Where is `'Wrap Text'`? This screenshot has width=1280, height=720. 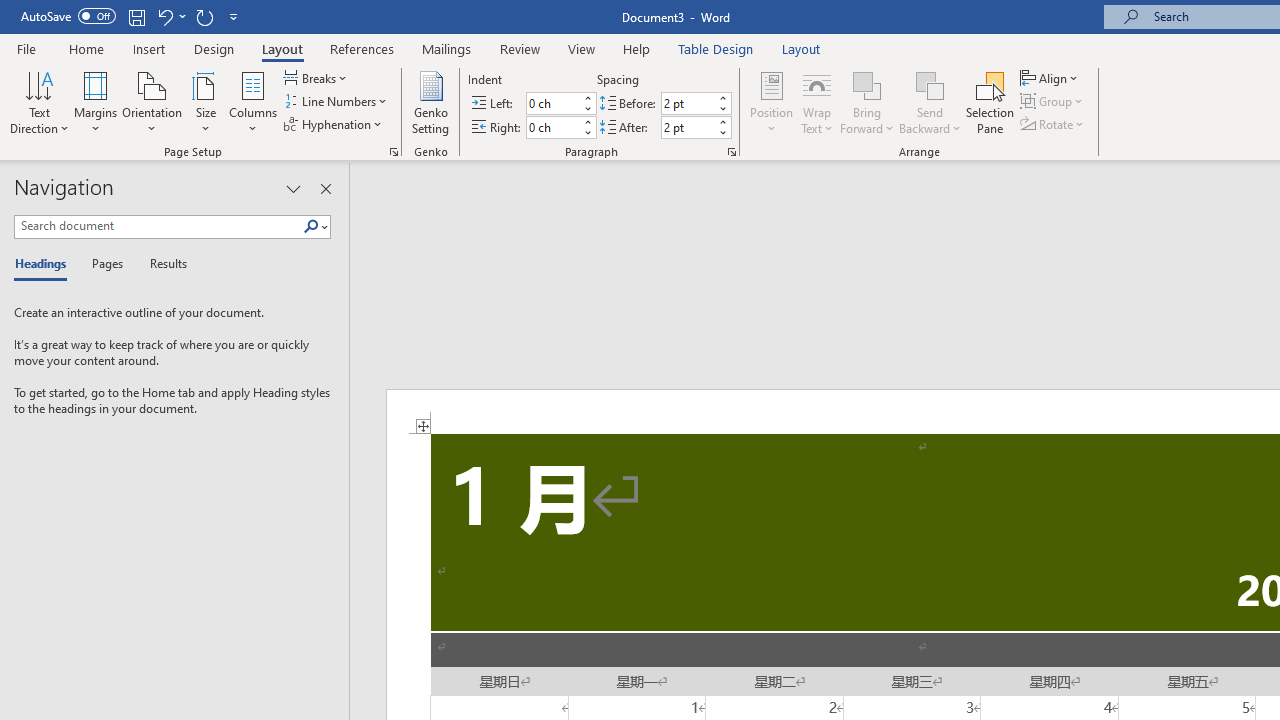 'Wrap Text' is located at coordinates (817, 103).